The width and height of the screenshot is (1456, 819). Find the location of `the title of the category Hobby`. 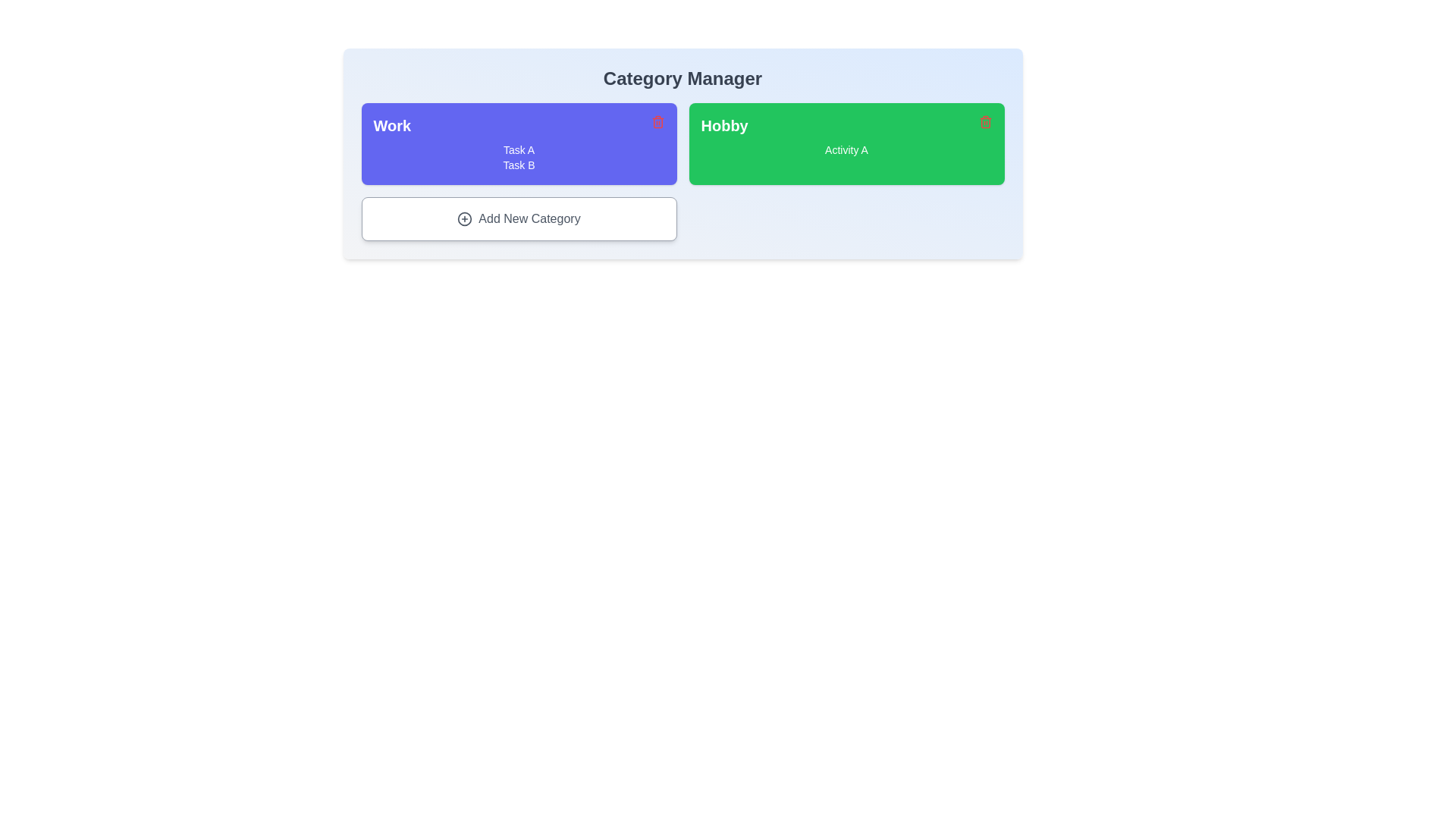

the title of the category Hobby is located at coordinates (846, 124).